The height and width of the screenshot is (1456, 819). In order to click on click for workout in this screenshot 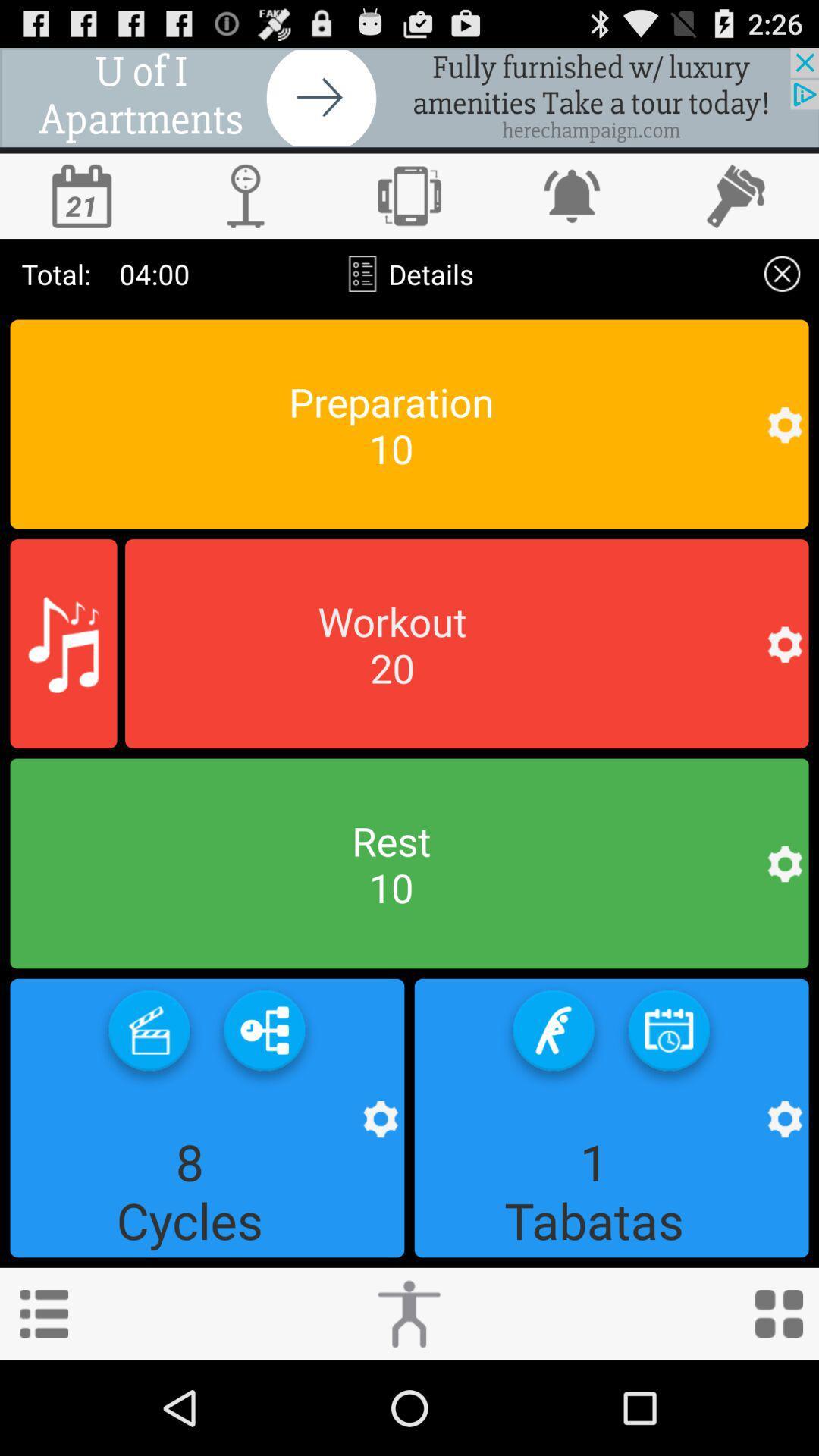, I will do `click(408, 1313)`.